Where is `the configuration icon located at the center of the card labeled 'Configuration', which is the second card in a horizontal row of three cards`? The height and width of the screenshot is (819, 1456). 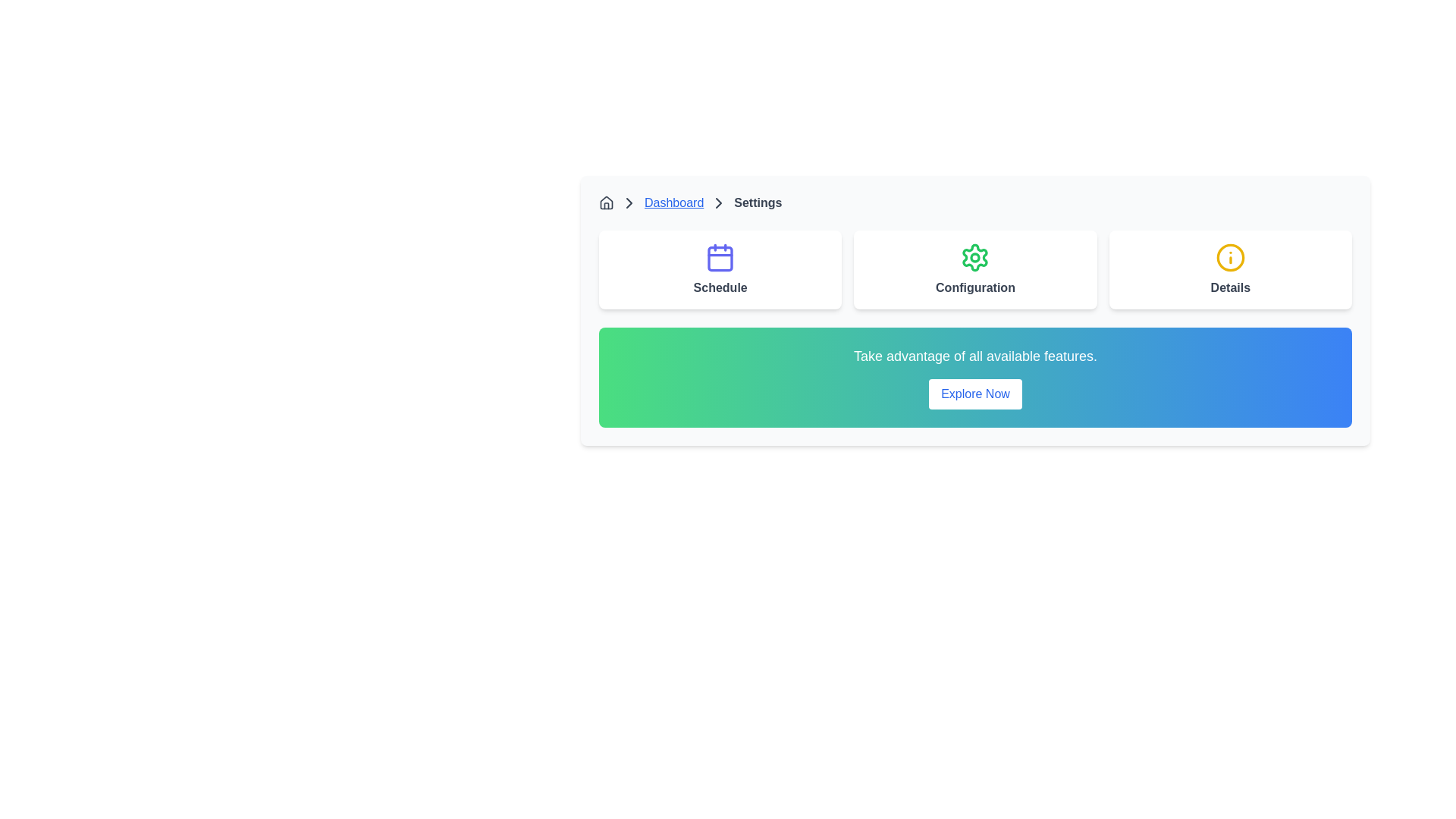 the configuration icon located at the center of the card labeled 'Configuration', which is the second card in a horizontal row of three cards is located at coordinates (975, 256).